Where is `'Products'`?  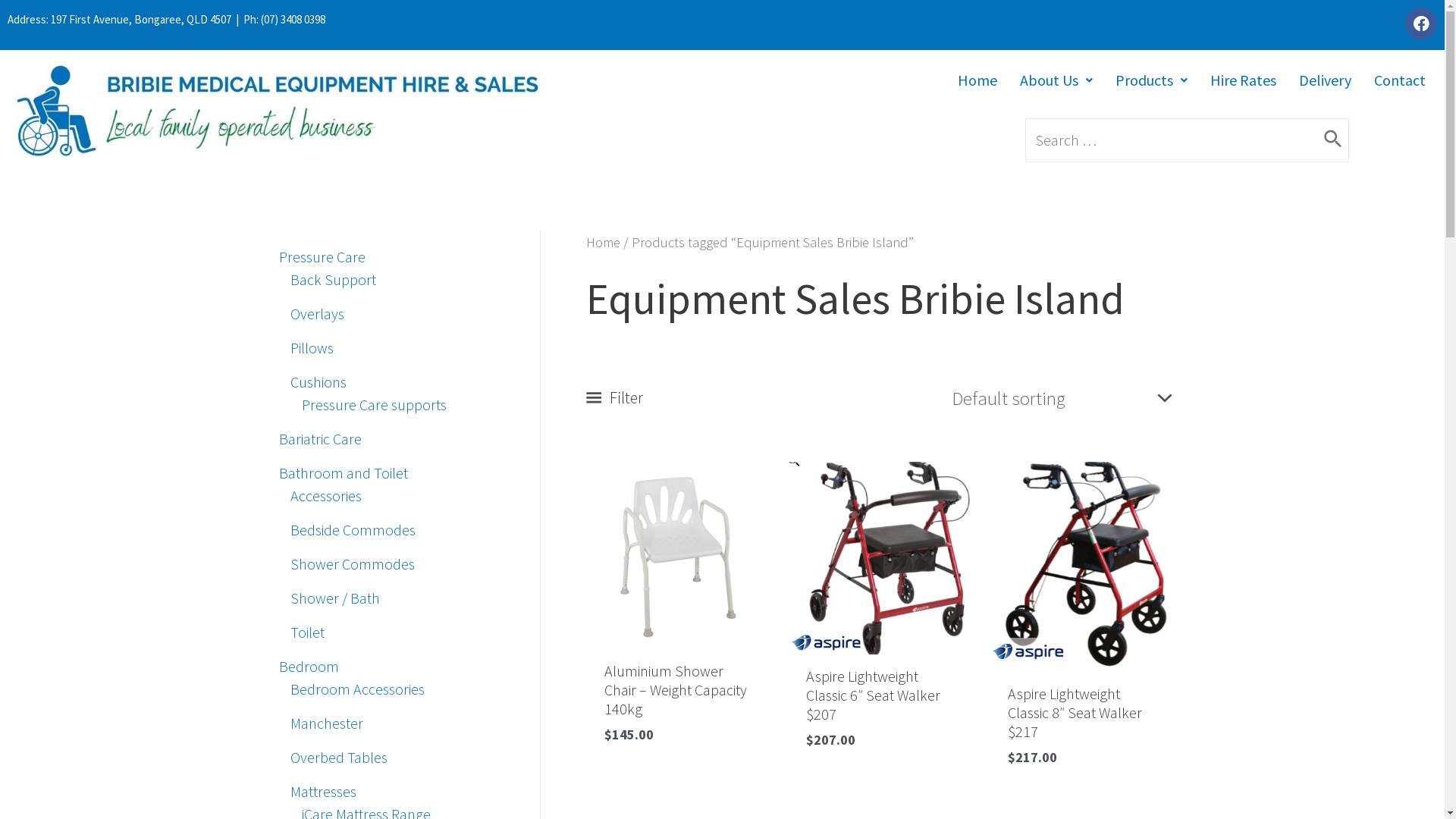 'Products' is located at coordinates (1151, 80).